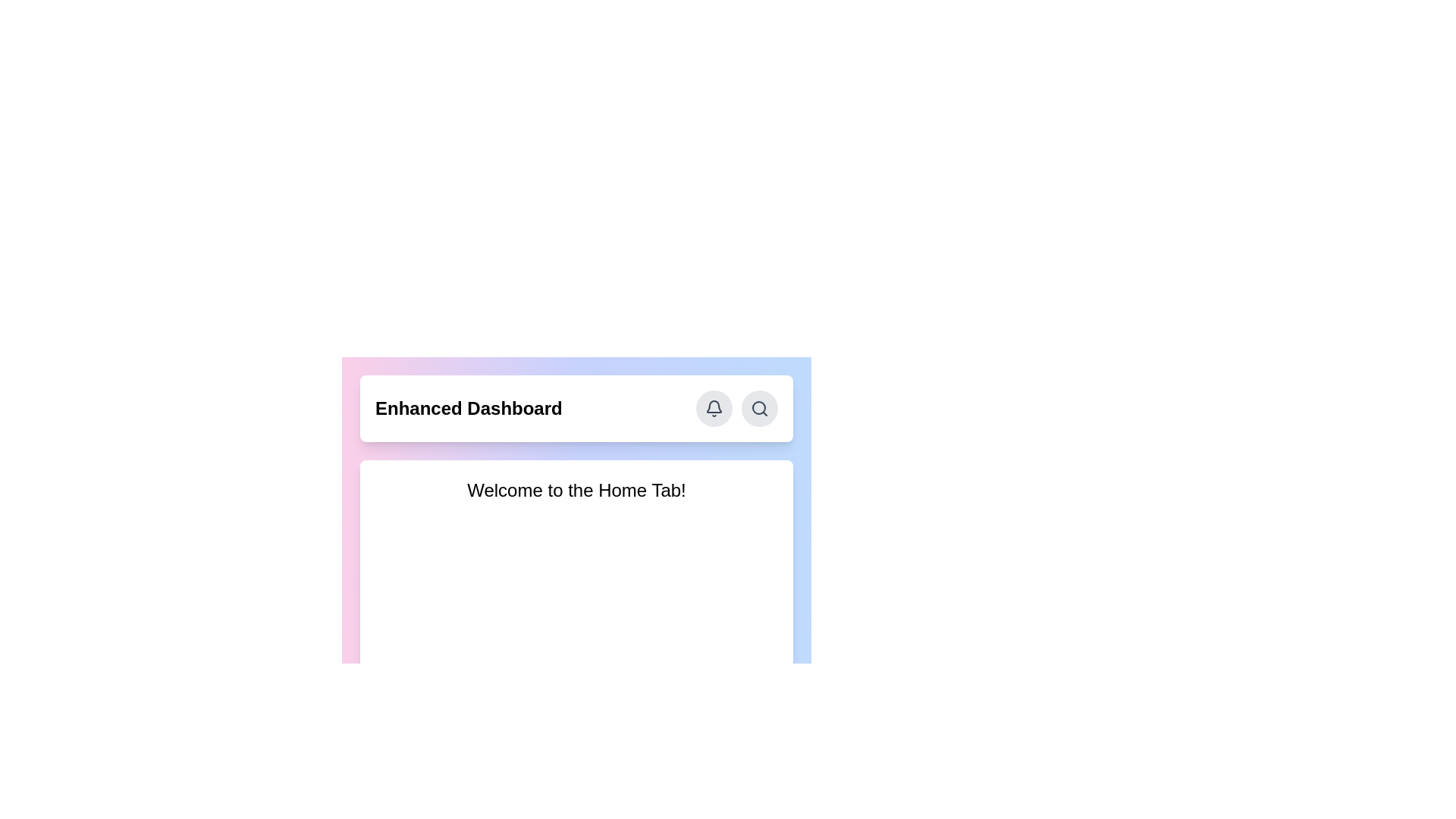  What do you see at coordinates (760, 408) in the screenshot?
I see `the search icon button located in the upper right of the dashboard header section to trigger a visual change indicating interaction` at bounding box center [760, 408].